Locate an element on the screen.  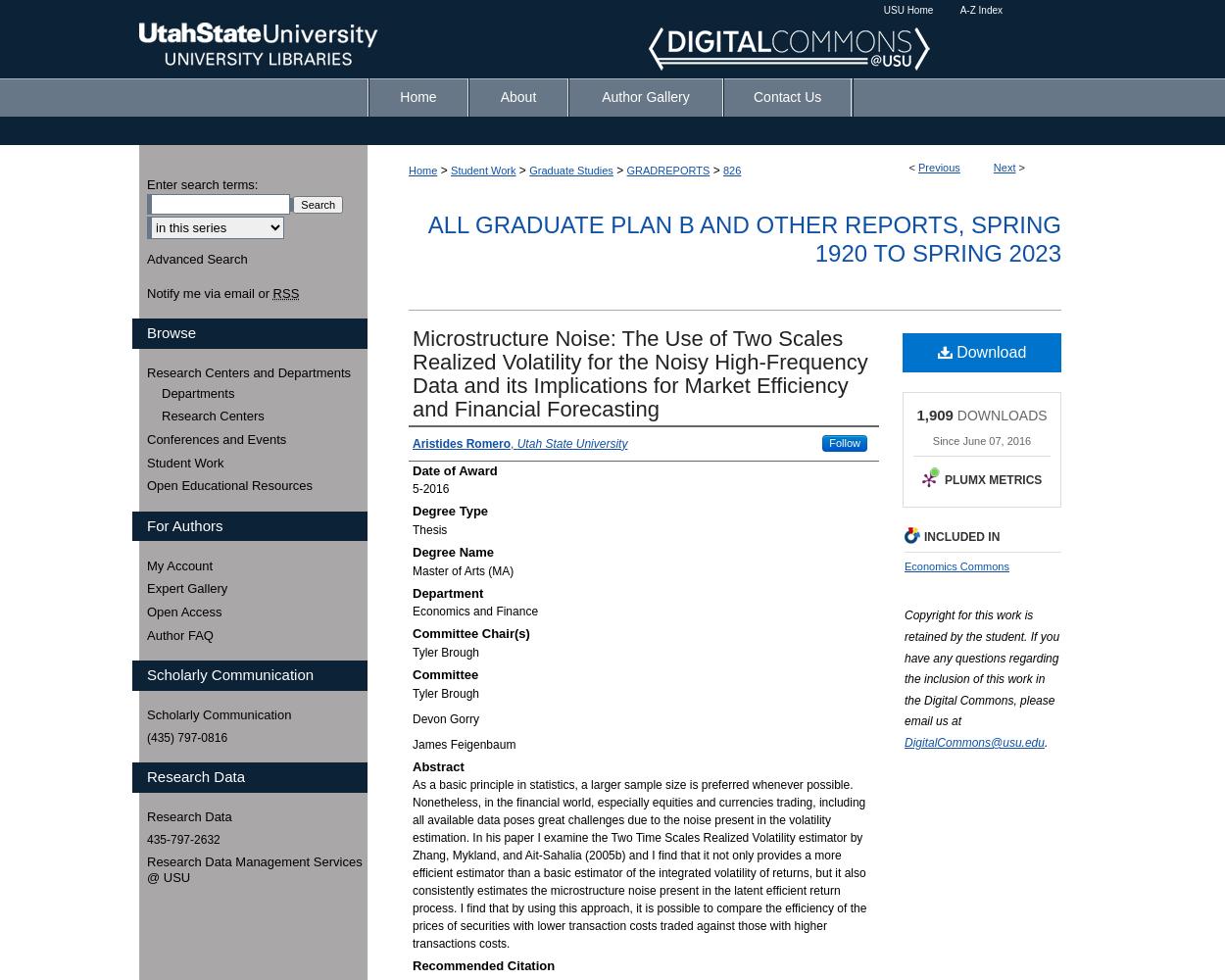
'Degree Type' is located at coordinates (449, 511).